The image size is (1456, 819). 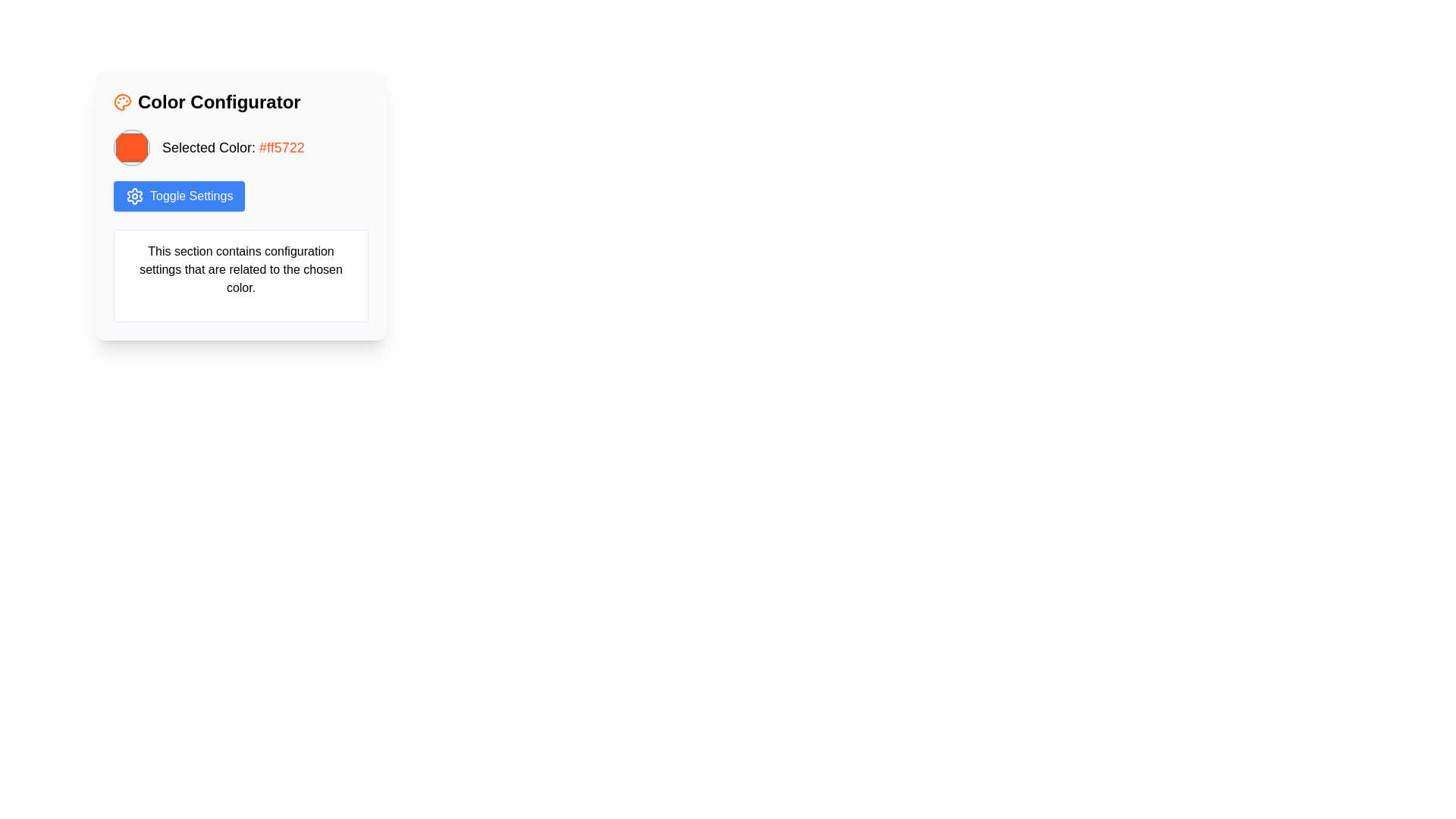 I want to click on the rectangular text box with rounded corners that contains configuration settings related to color, located below the 'Toggle Settings' button in the 'Color Configurator' card, so click(x=240, y=275).